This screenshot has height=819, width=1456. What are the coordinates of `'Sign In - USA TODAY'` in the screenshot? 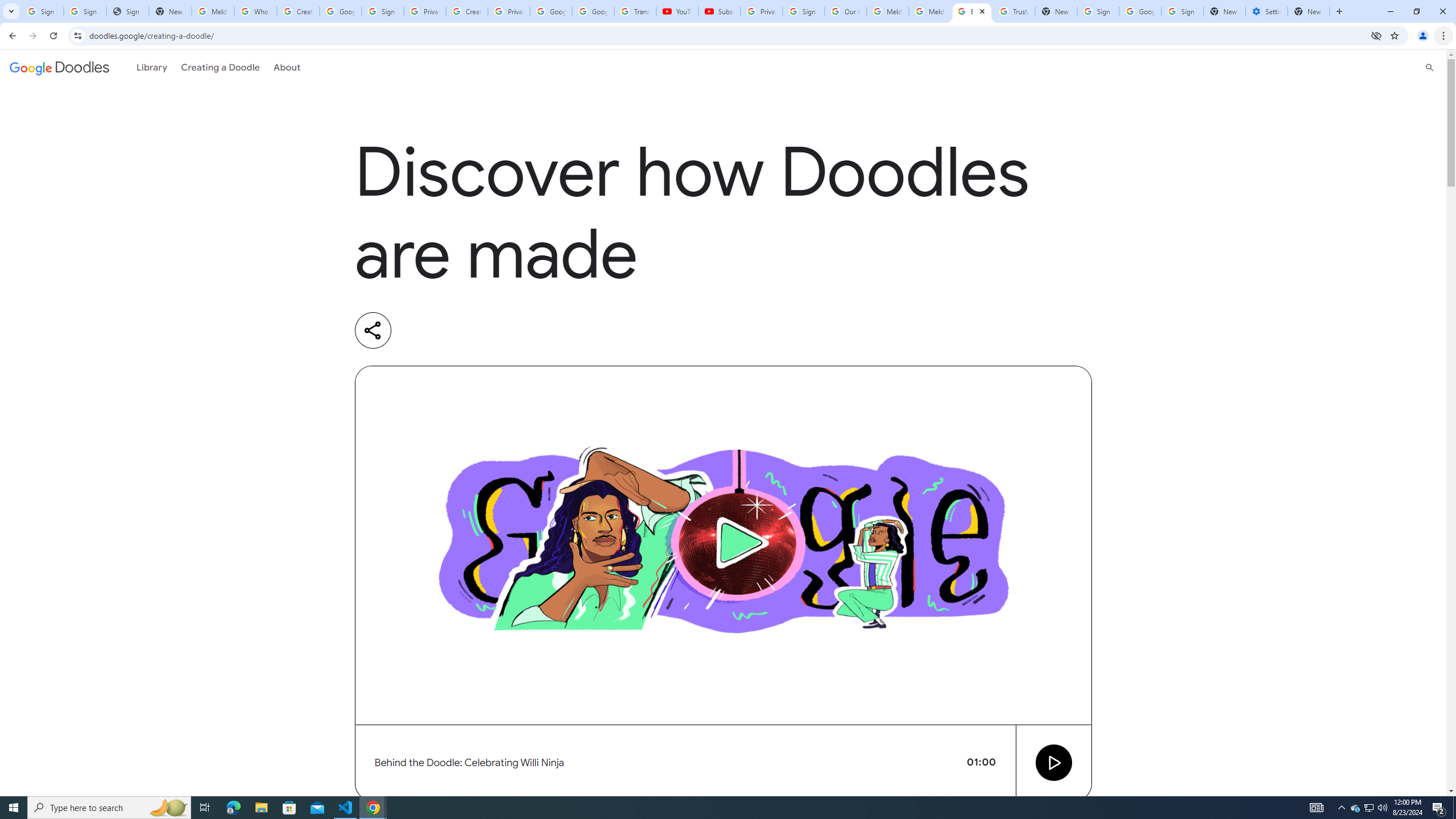 It's located at (127, 11).